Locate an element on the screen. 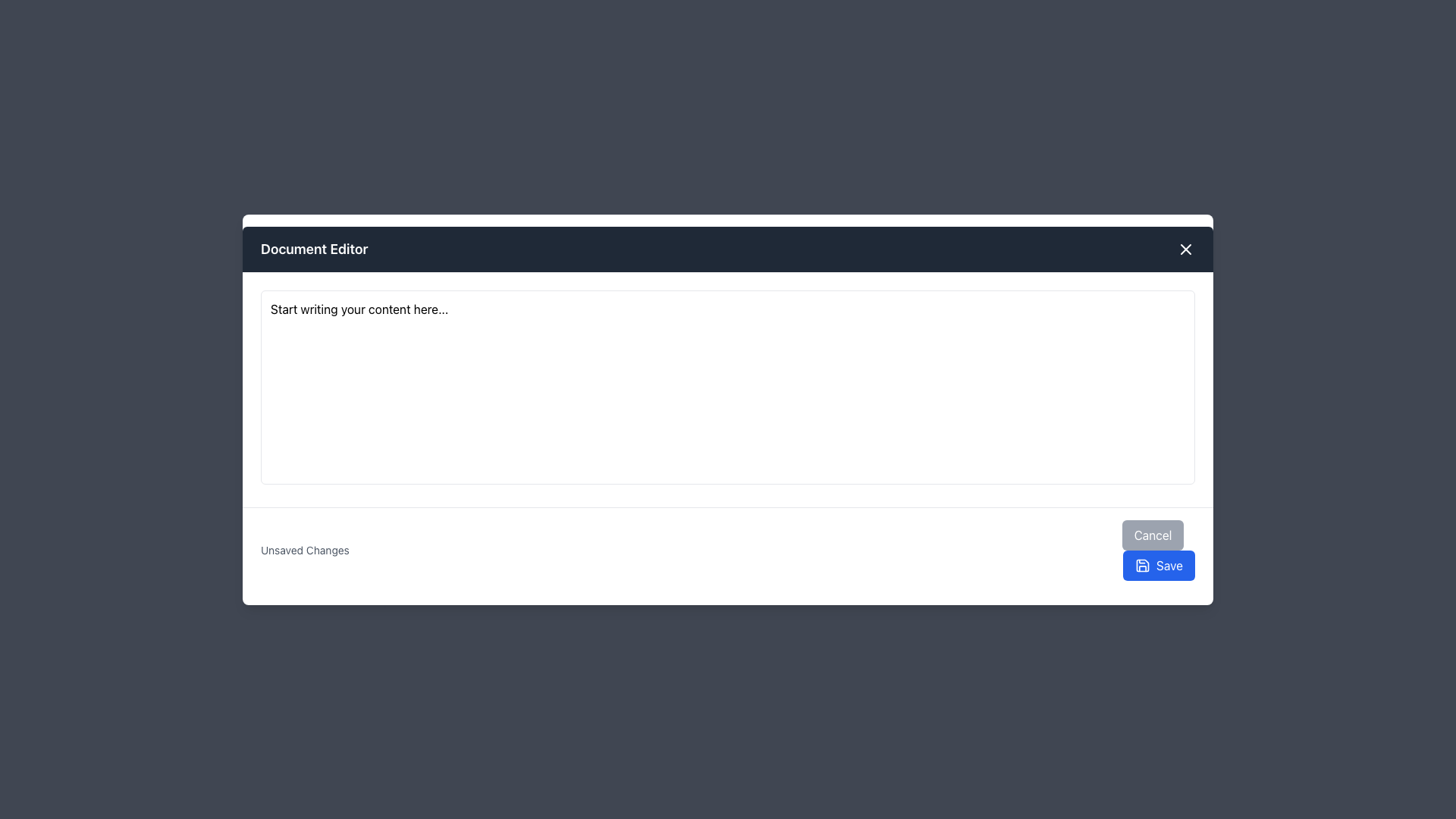  the Save icon located inside the blue rectangular button labeled 'Save' in the bottom-right corner of the interface is located at coordinates (1143, 565).